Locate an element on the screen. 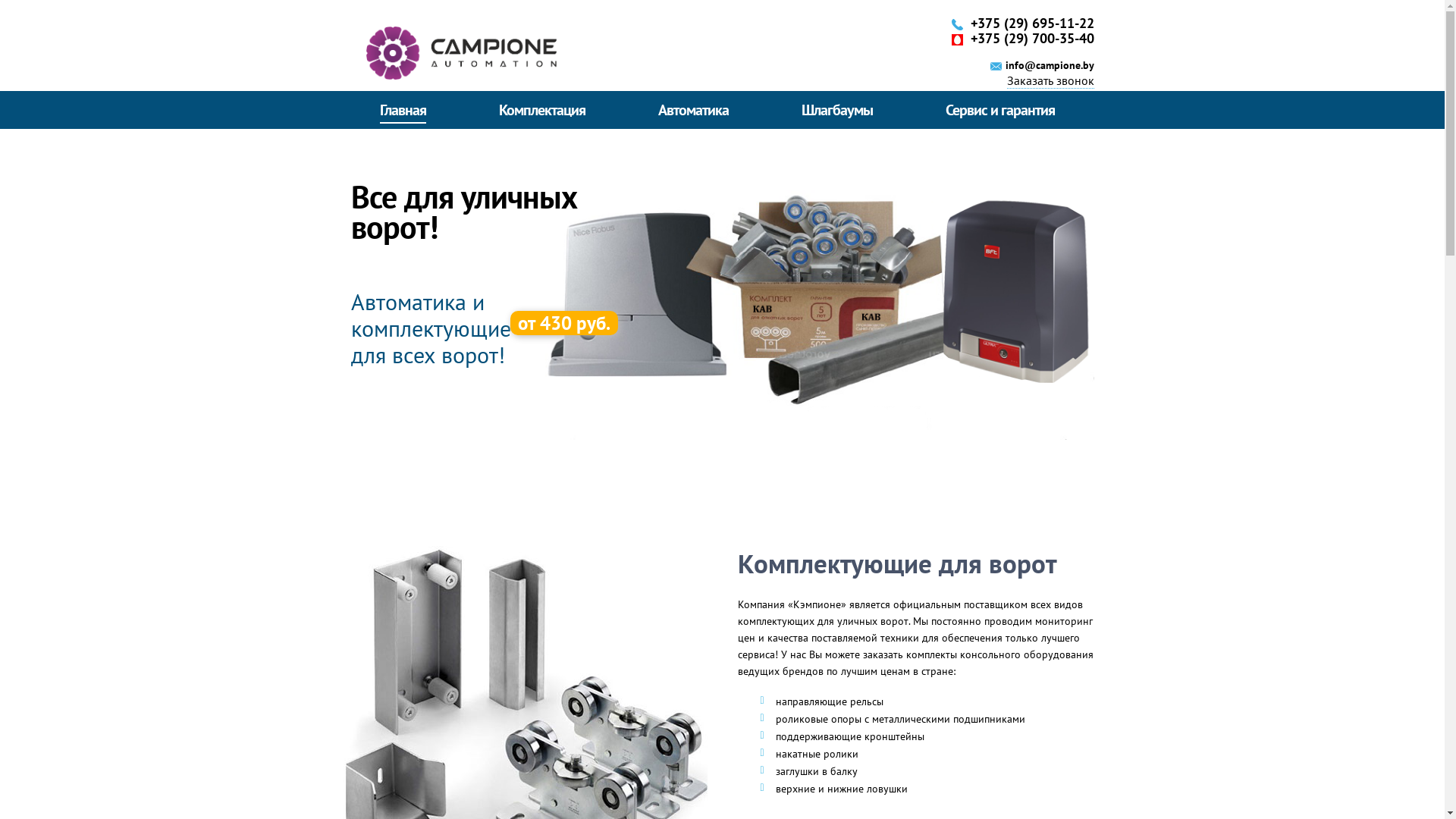 This screenshot has width=1456, height=819. 'info@campione.by' is located at coordinates (1049, 64).